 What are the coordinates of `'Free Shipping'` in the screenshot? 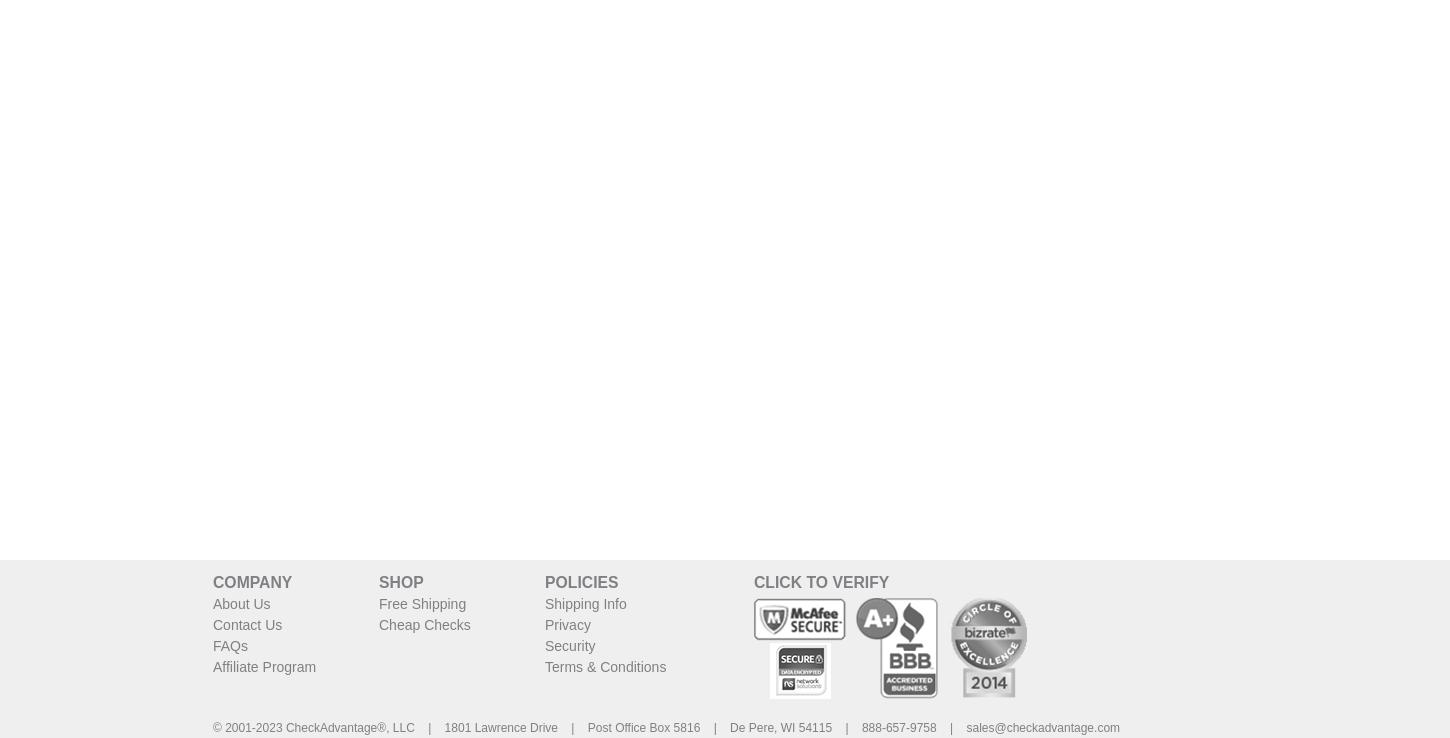 It's located at (421, 602).